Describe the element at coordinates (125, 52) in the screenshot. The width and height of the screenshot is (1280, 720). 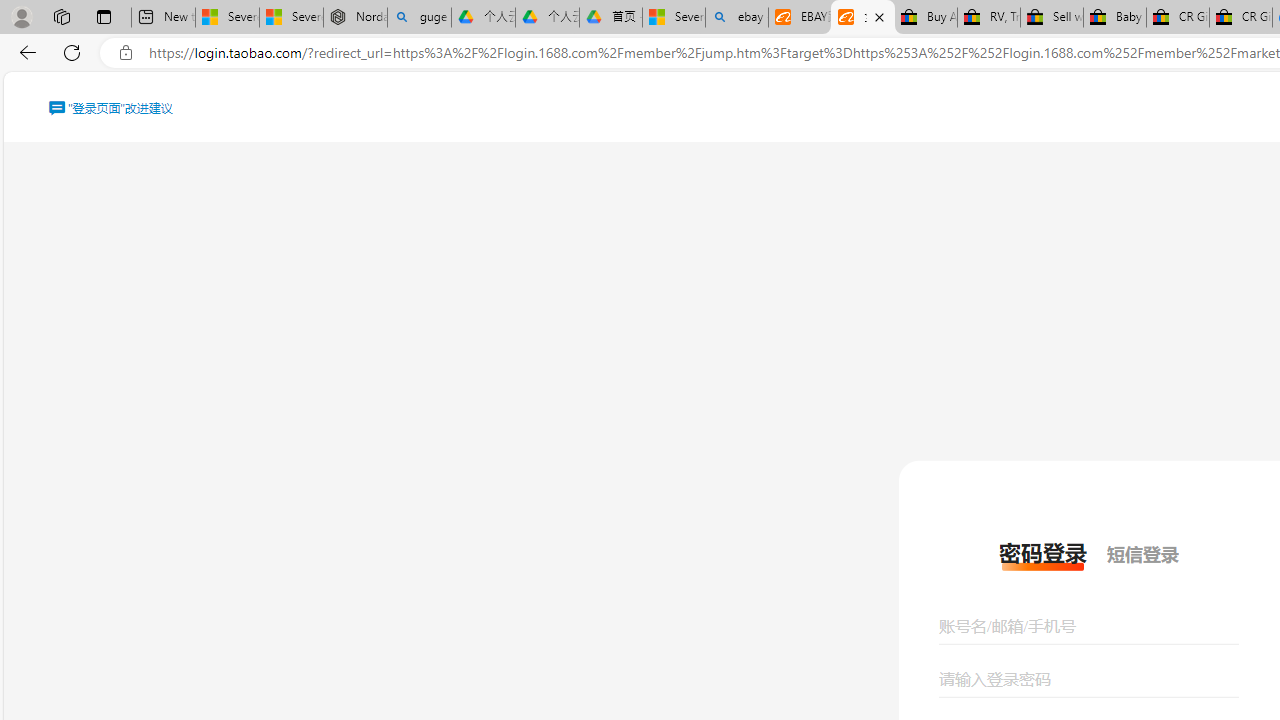
I see `'View site information'` at that location.